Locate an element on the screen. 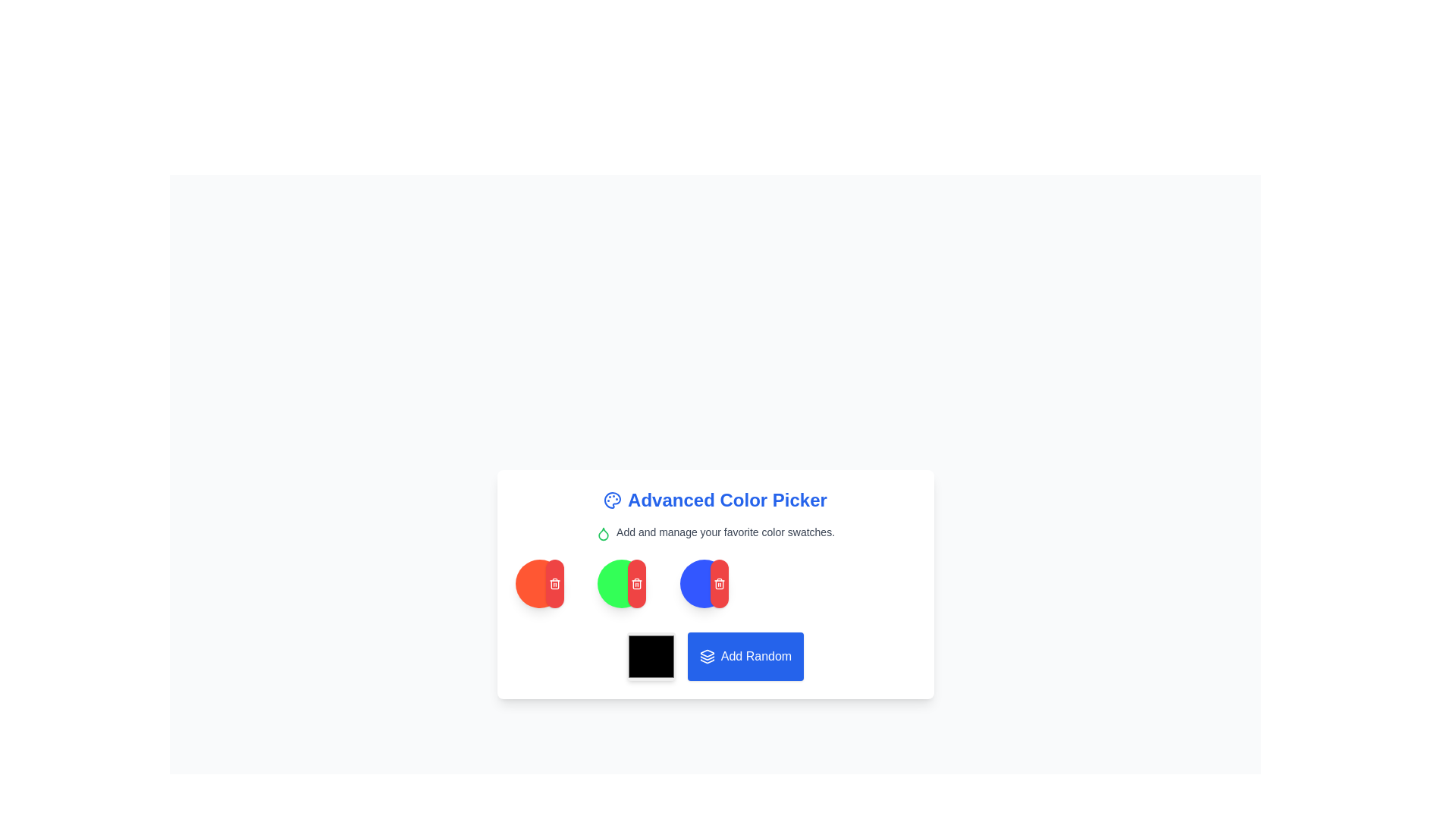 This screenshot has height=819, width=1456. the red circular delete button with a trash can icon located to the right of the leftmost colored swatch in the group of three swatches is located at coordinates (554, 582).